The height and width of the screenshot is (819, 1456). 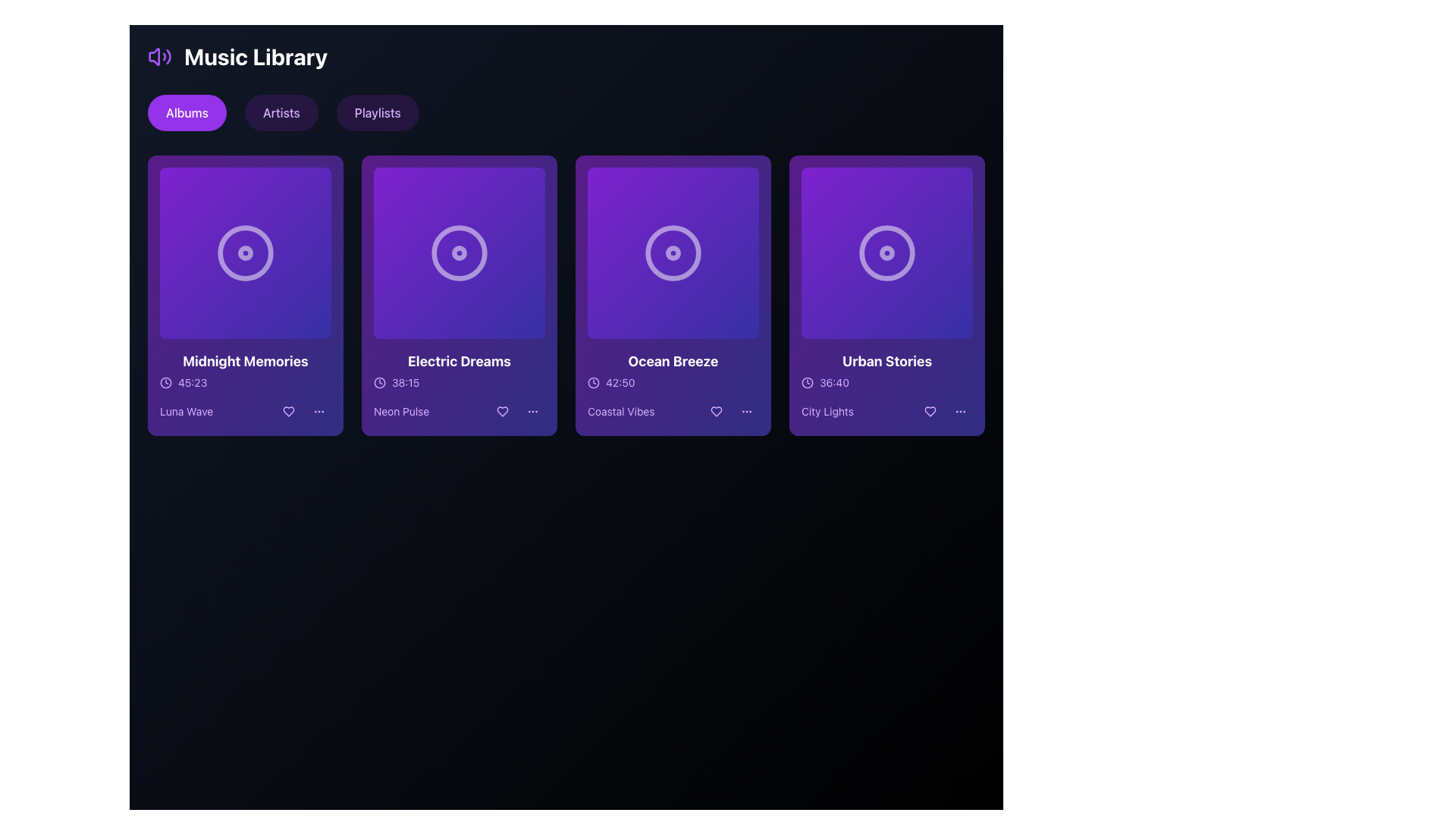 What do you see at coordinates (673, 253) in the screenshot?
I see `the circular compact disc icon located in the center of the 'Ocean Breeze' album card, which is the third card in a row of four cards` at bounding box center [673, 253].